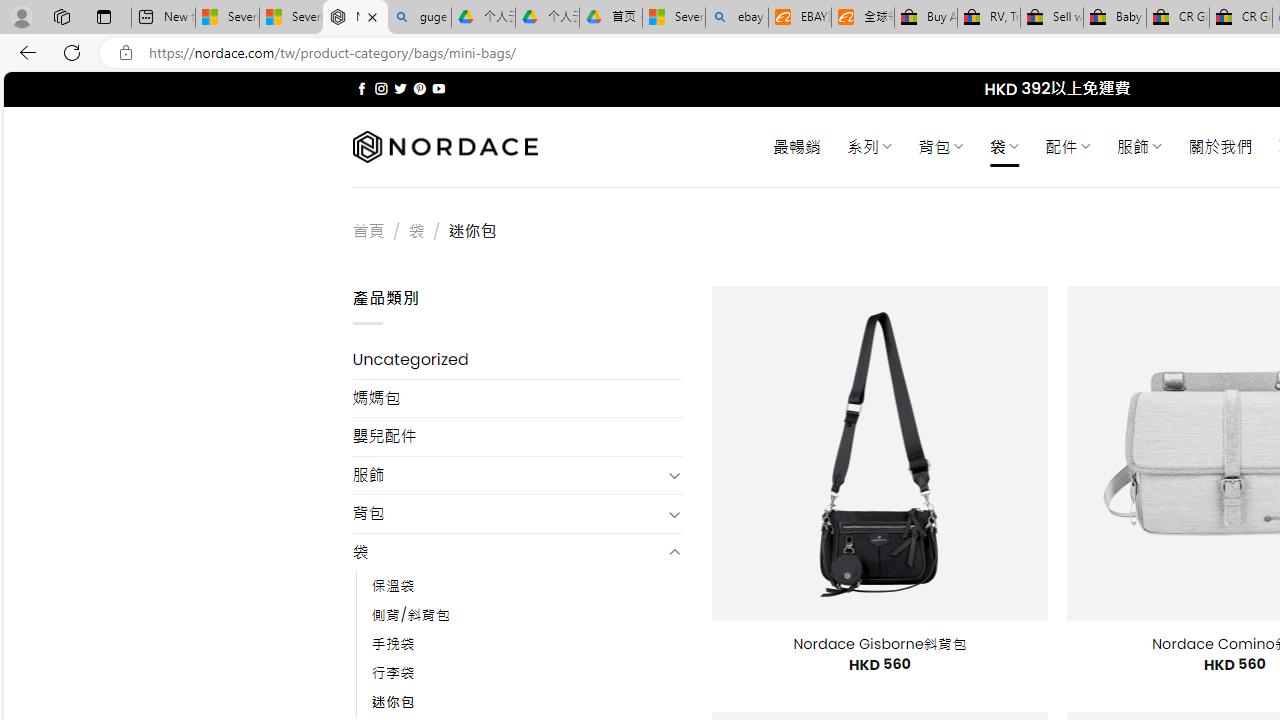 The width and height of the screenshot is (1280, 720). What do you see at coordinates (988, 17) in the screenshot?
I see `'RV, Trailer & Camper Steps & Ladders for sale | eBay'` at bounding box center [988, 17].